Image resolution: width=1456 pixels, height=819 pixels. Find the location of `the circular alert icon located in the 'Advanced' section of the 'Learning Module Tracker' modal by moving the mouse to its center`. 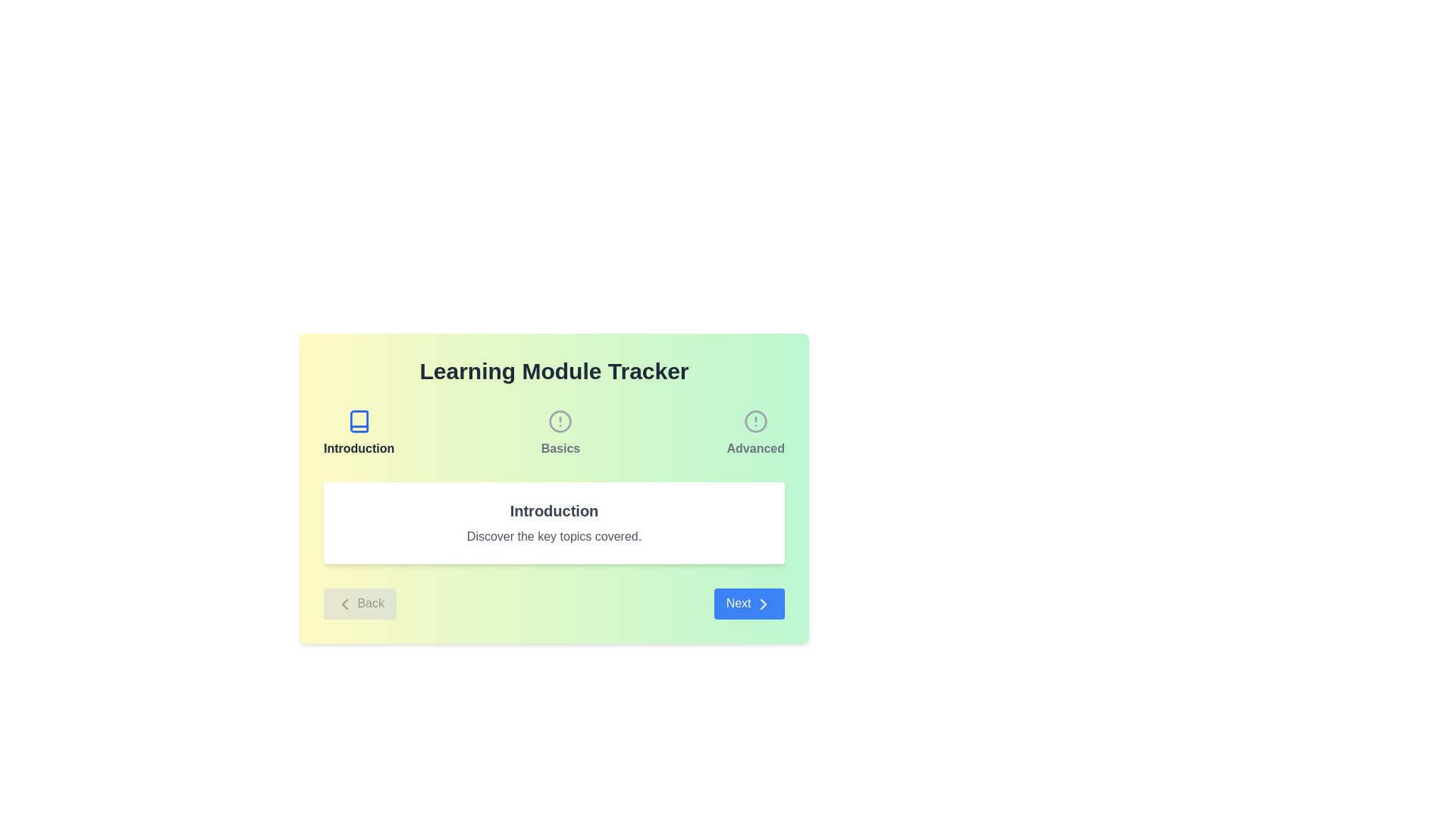

the circular alert icon located in the 'Advanced' section of the 'Learning Module Tracker' modal by moving the mouse to its center is located at coordinates (755, 421).